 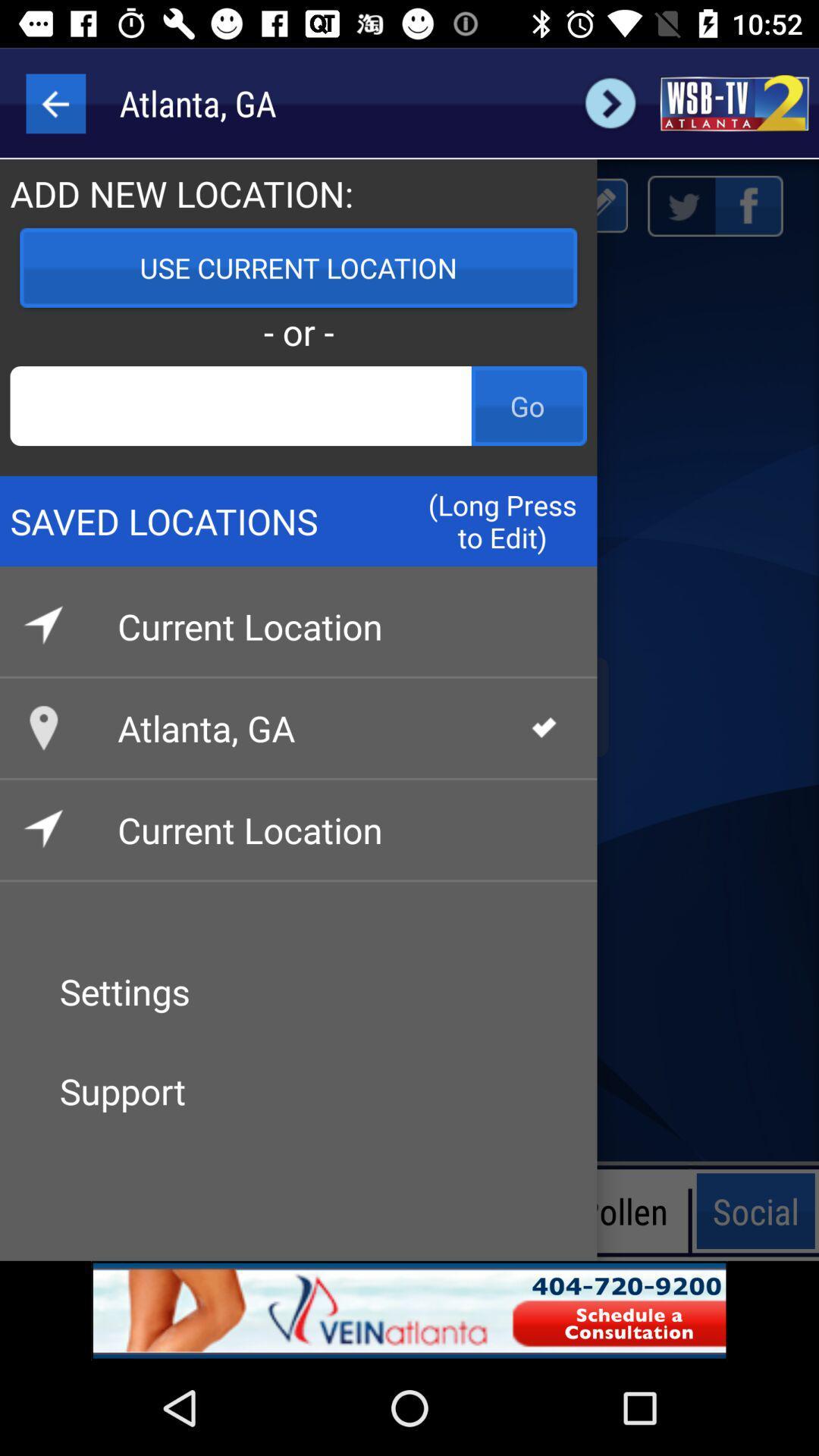 What do you see at coordinates (55, 102) in the screenshot?
I see `the arrow_backward icon` at bounding box center [55, 102].